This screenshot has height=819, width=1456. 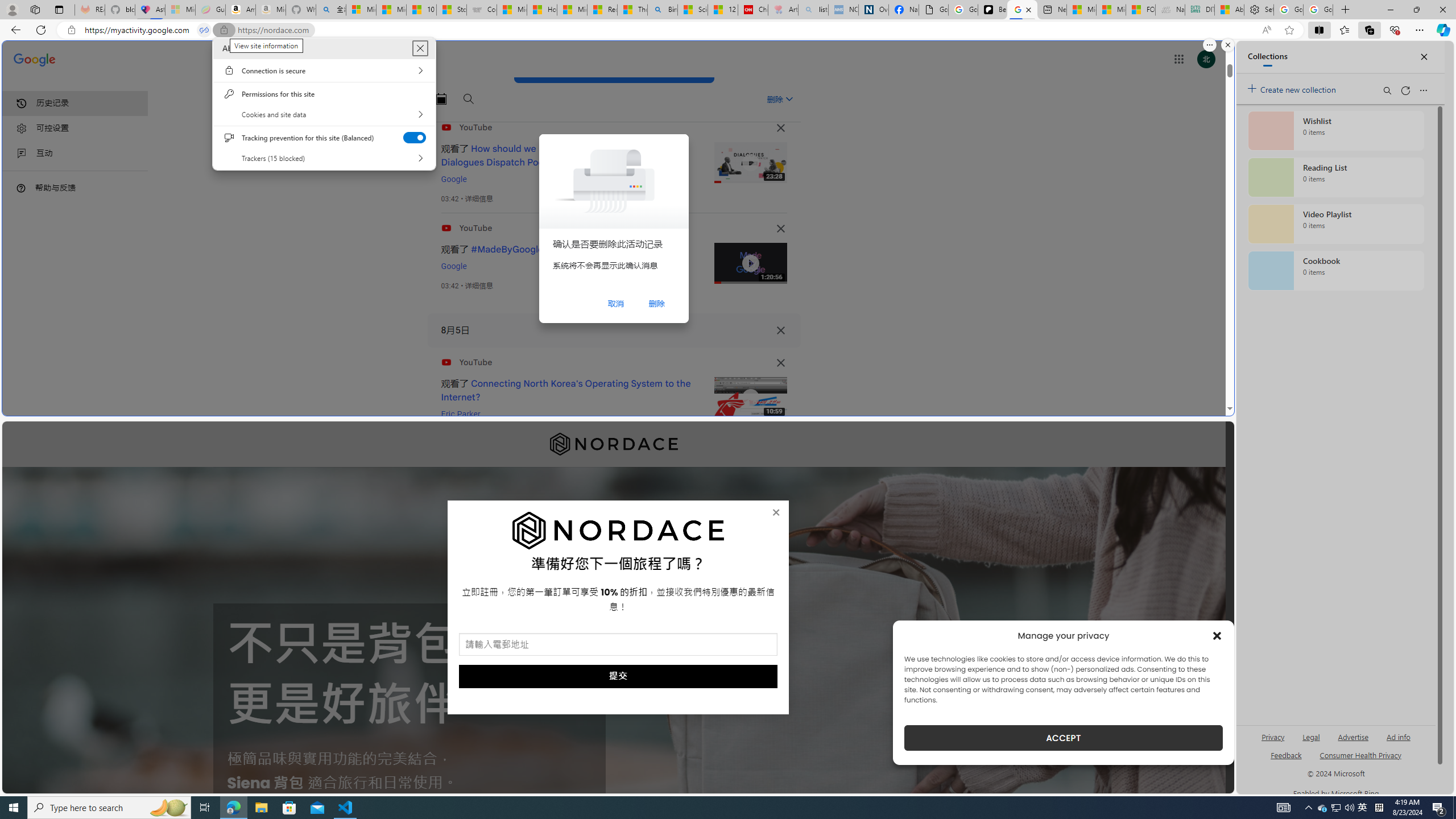 What do you see at coordinates (323, 93) in the screenshot?
I see `'Permissions for this site'` at bounding box center [323, 93].